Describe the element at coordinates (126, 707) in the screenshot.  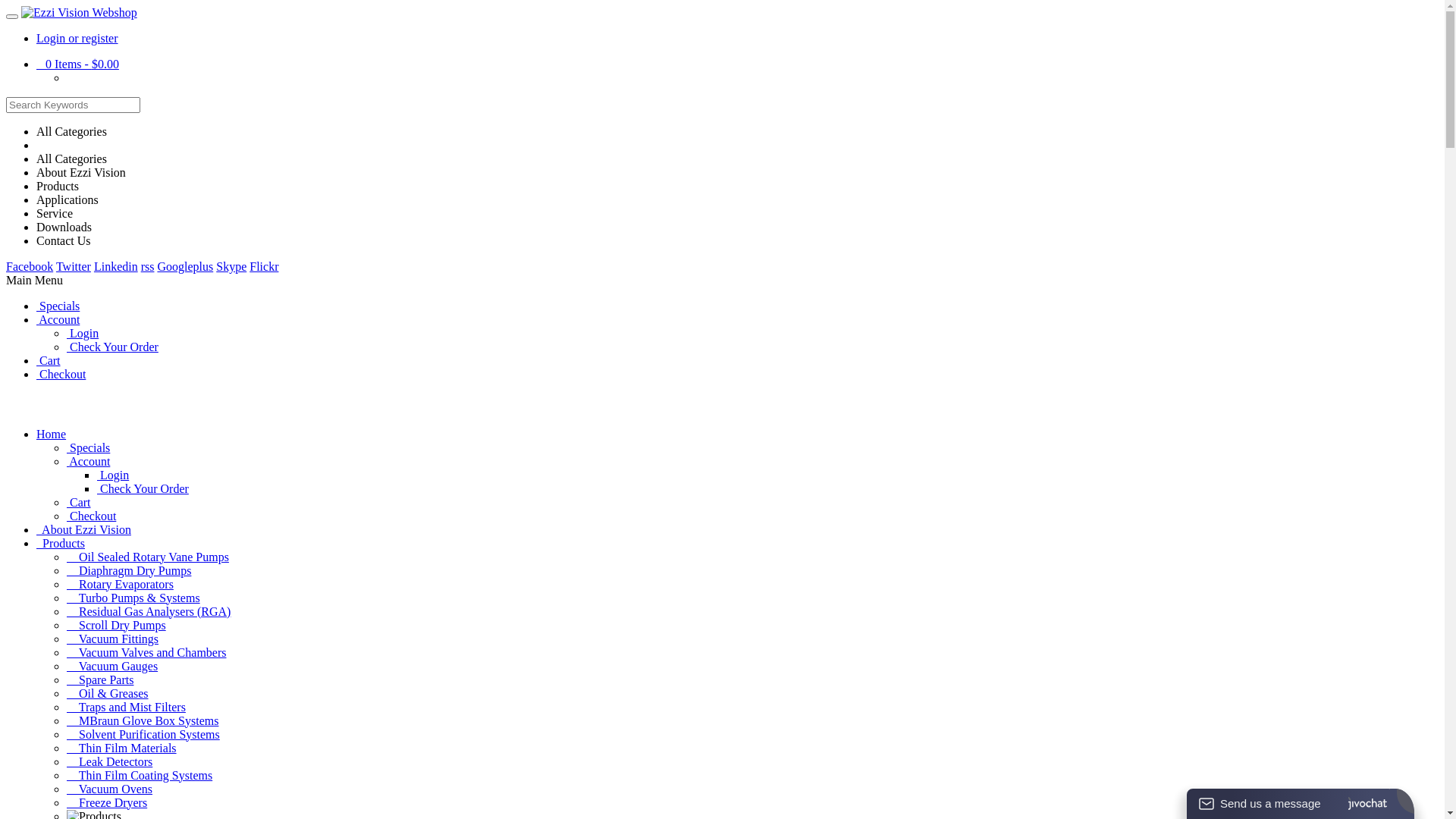
I see `'    Traps and Mist Filters'` at that location.